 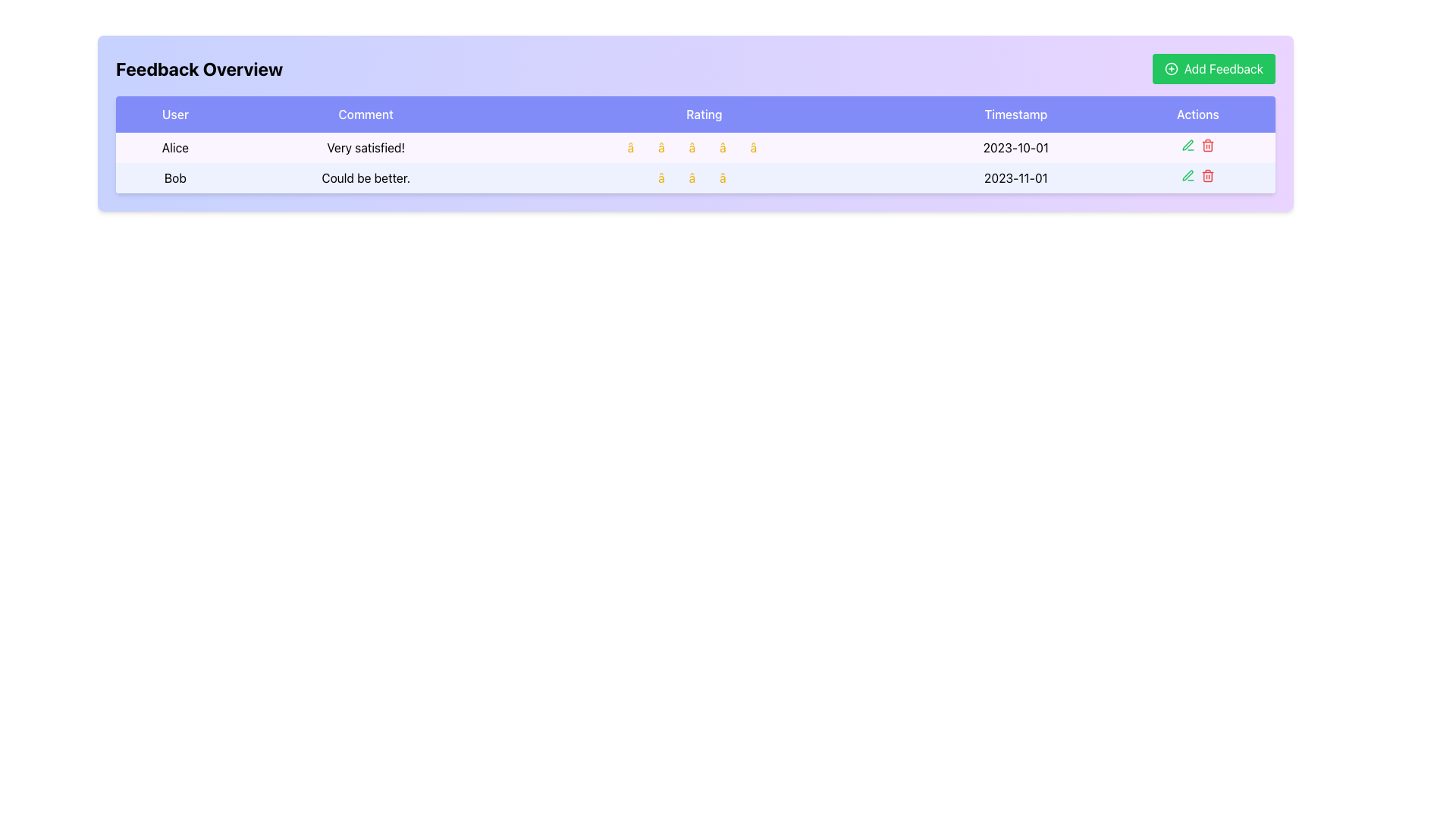 I want to click on the visual placeholder in the 'Actions' column of the feedback table for the user Alice, dated '2023-10-01', located next to the Edit and Delete icons, so click(x=1197, y=148).